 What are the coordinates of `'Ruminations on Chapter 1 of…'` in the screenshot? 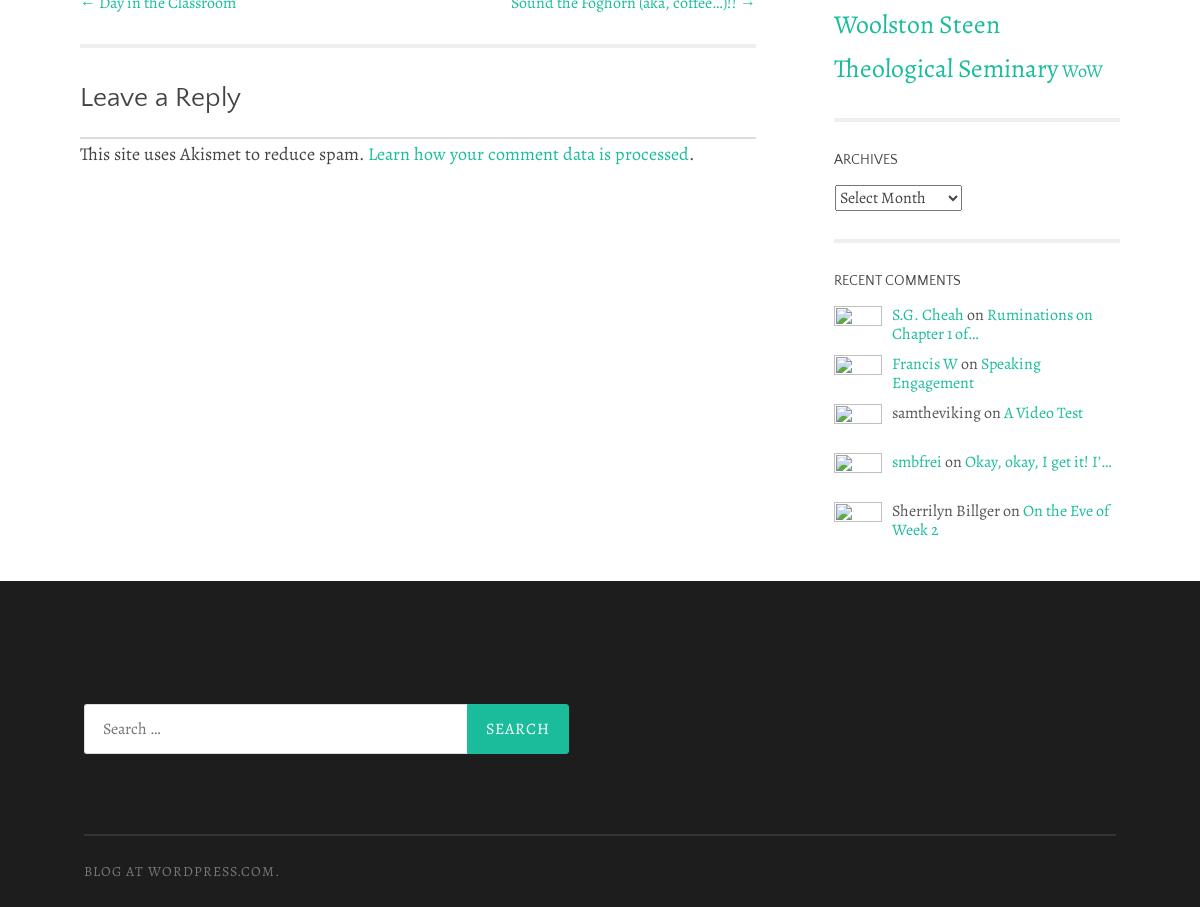 It's located at (992, 323).